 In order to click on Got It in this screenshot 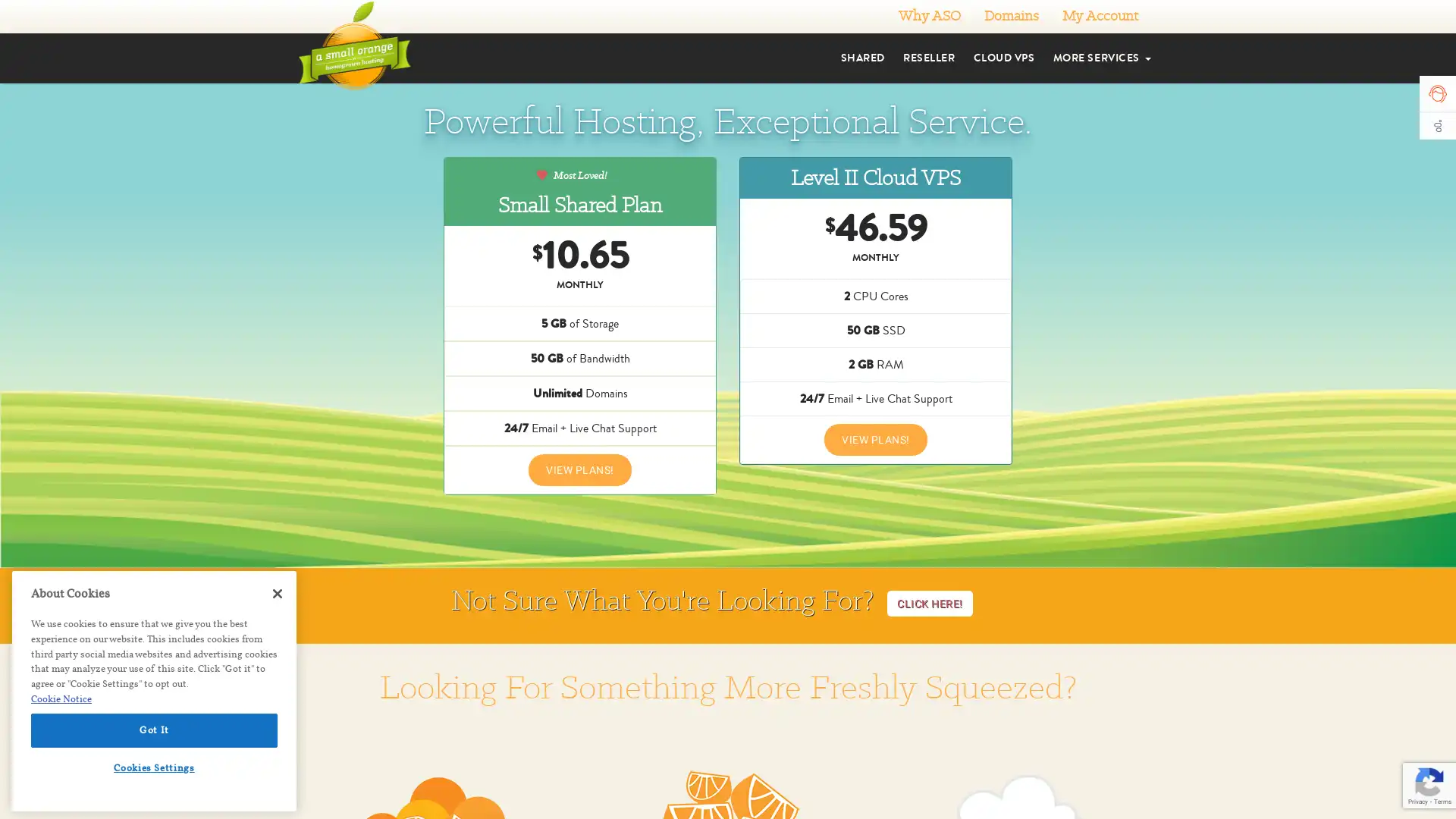, I will do `click(154, 730)`.